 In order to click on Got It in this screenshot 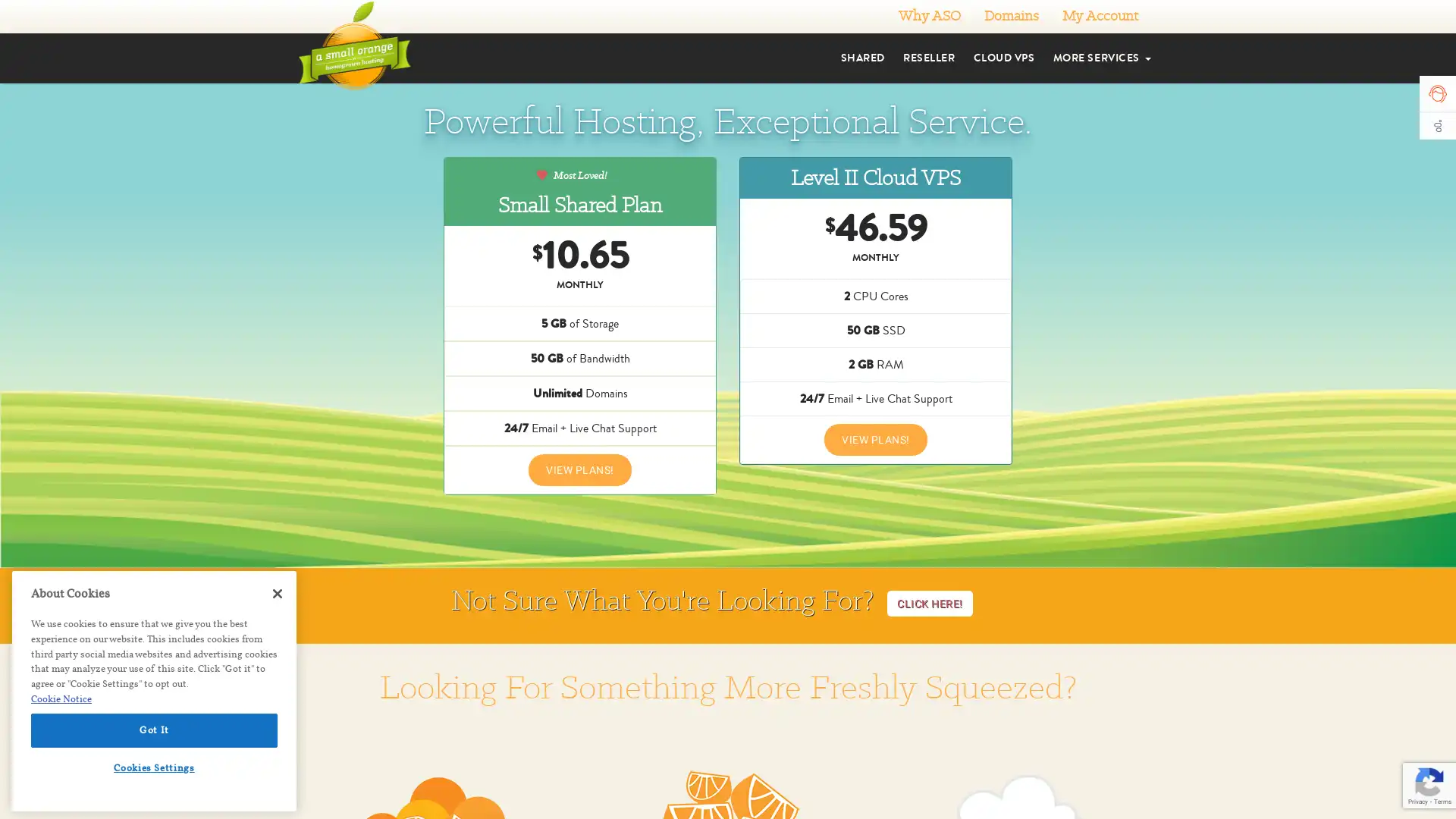, I will do `click(154, 730)`.